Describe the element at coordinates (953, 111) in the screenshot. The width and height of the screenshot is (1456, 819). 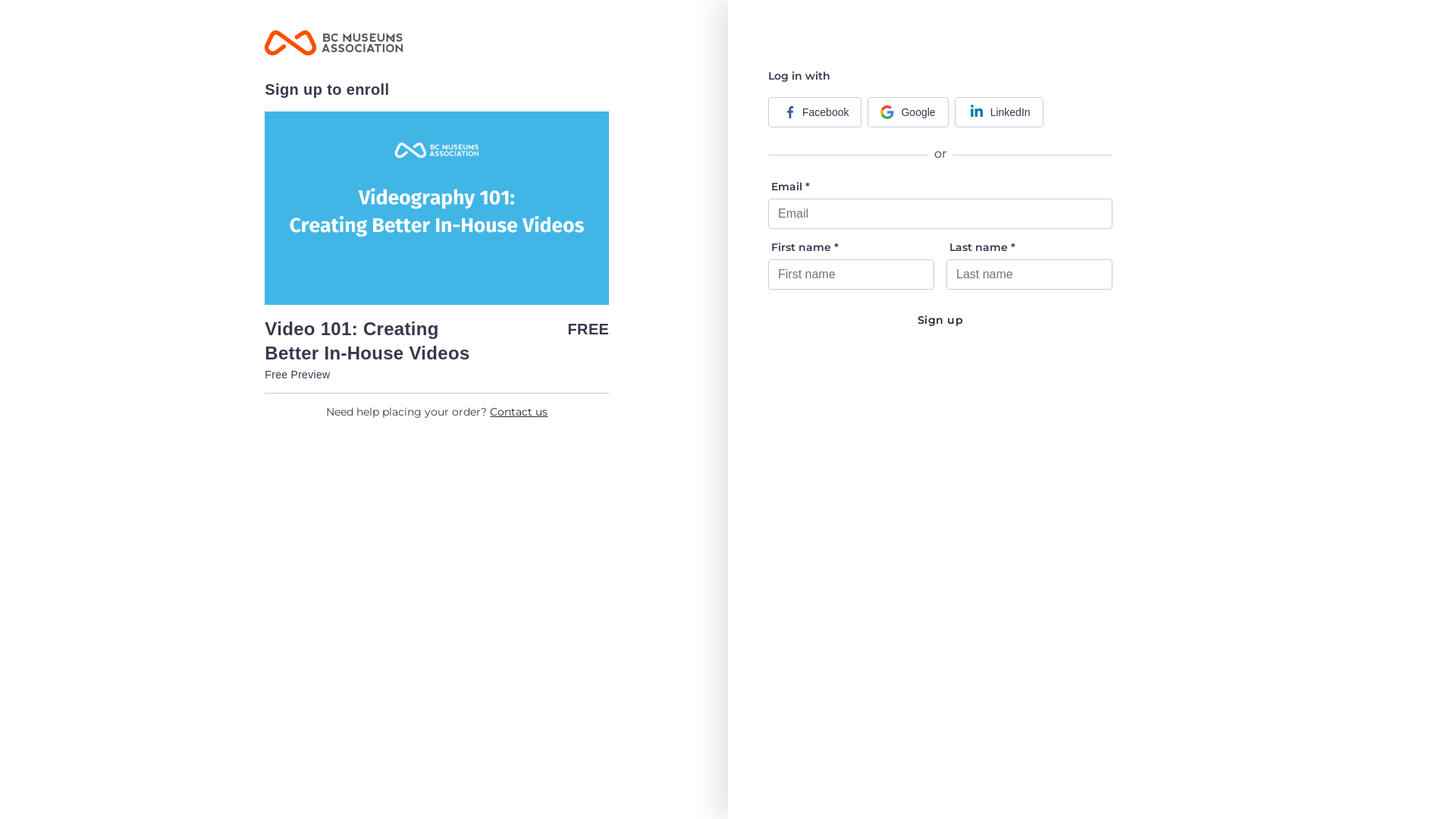
I see `'LinkedIn'` at that location.